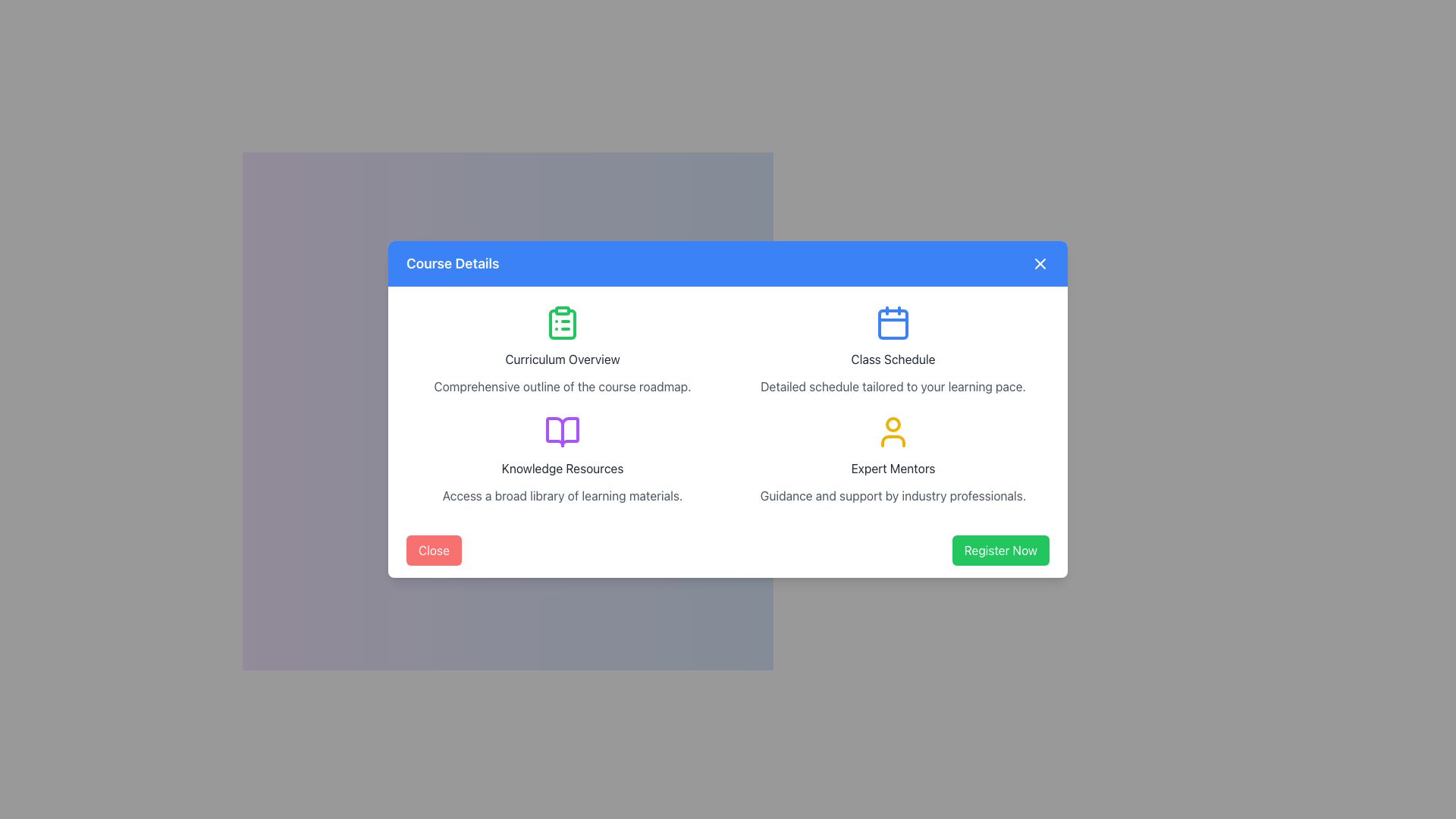 This screenshot has width=1456, height=819. I want to click on the 'Curriculum Overview' text label, which is styled as a heading in gray and positioned beneath a clipboard icon within the Course Details section, so click(562, 359).